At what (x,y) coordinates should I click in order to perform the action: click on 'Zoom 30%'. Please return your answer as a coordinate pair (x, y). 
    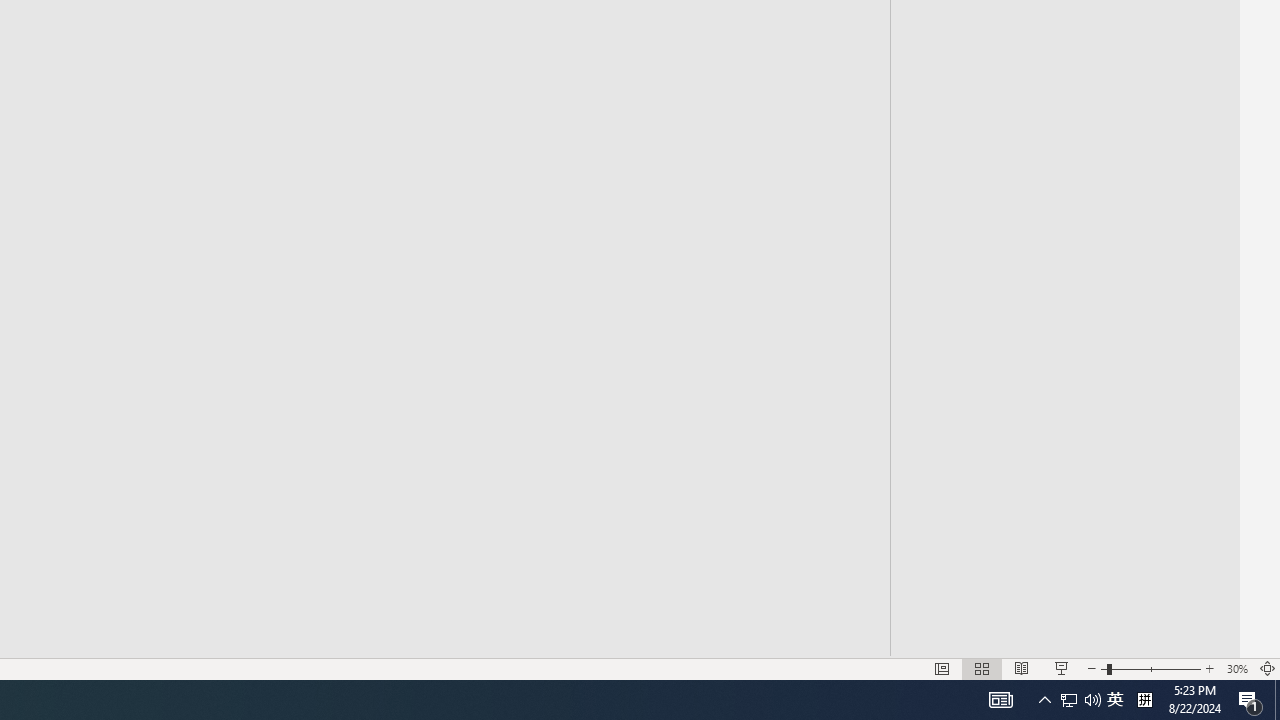
    Looking at the image, I should click on (1236, 669).